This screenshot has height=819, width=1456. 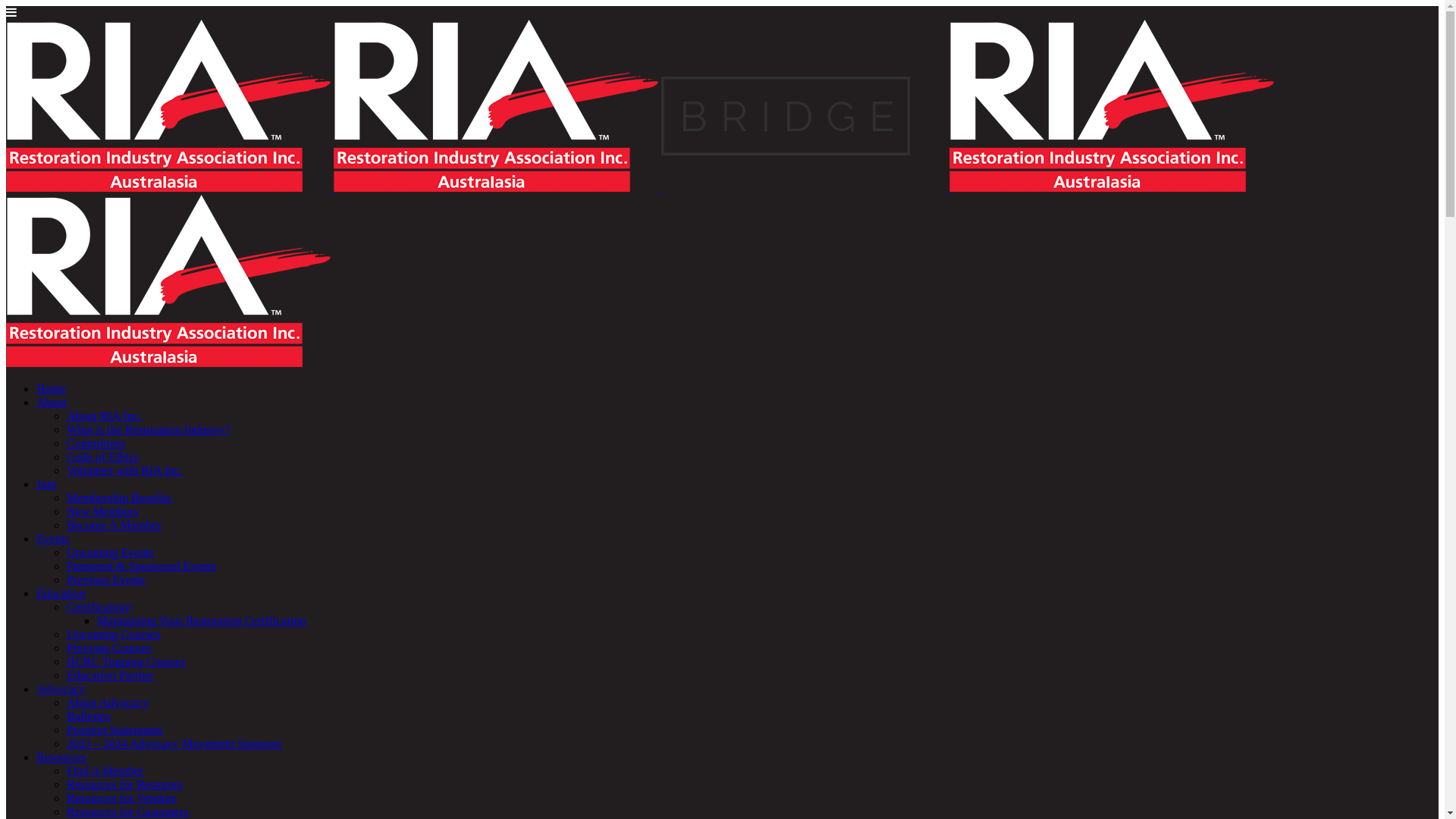 What do you see at coordinates (108, 648) in the screenshot?
I see `'Previous Courses'` at bounding box center [108, 648].